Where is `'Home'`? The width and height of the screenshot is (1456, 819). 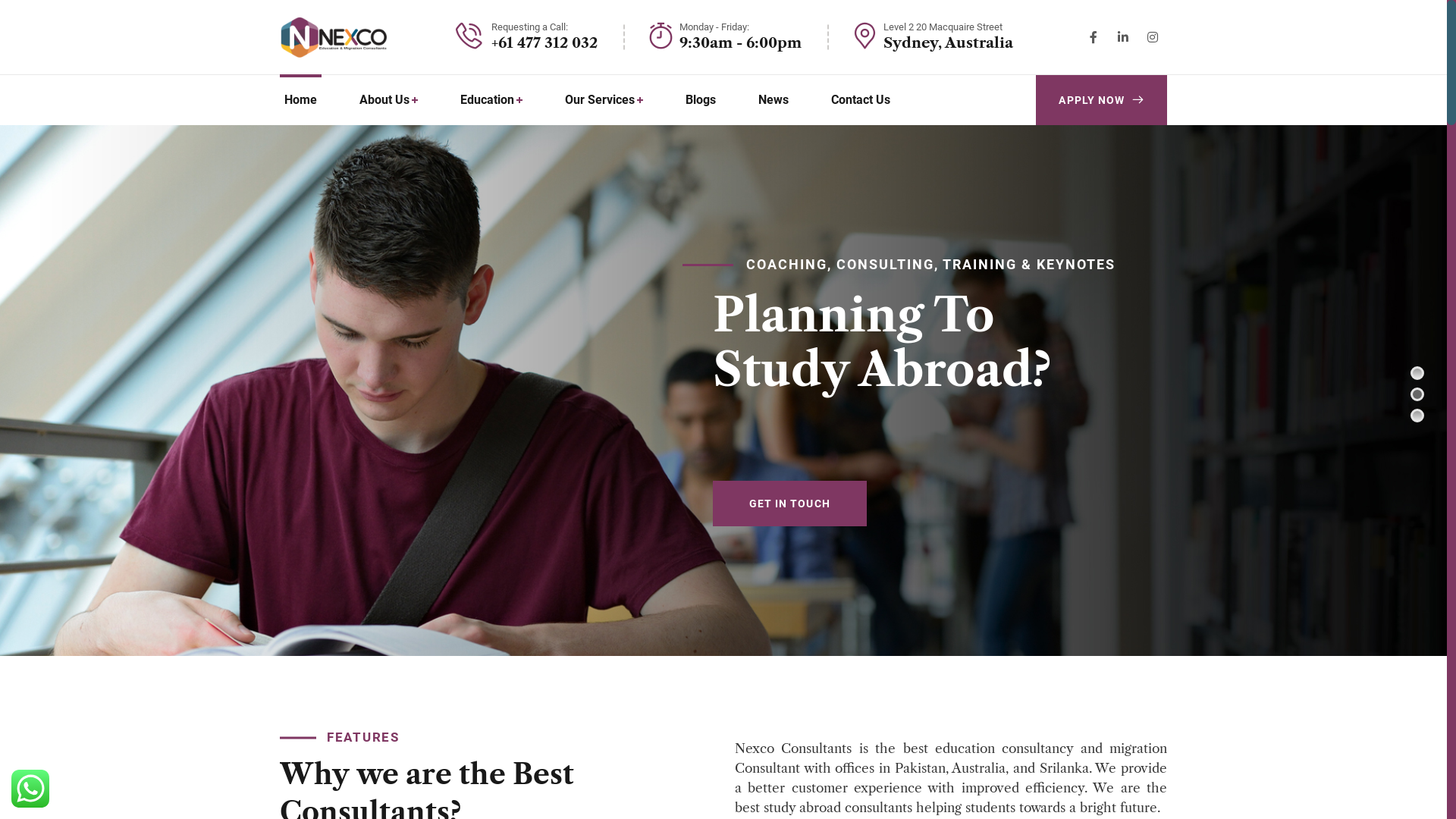 'Home' is located at coordinates (300, 99).